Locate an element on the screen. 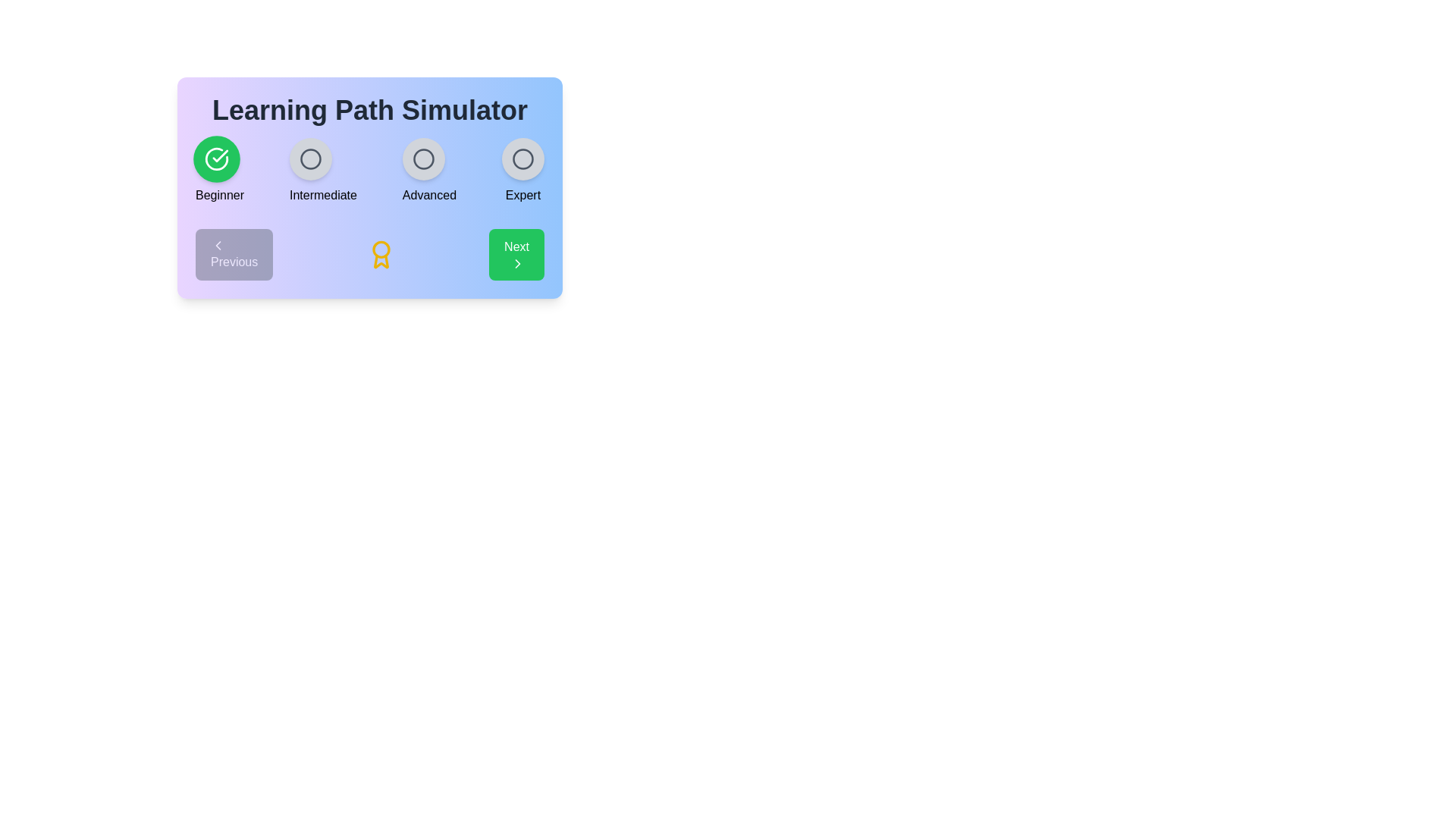 Image resolution: width=1456 pixels, height=819 pixels. the 'Advanced' text label, which provides descriptive text for the option it represents in the selection context is located at coordinates (428, 194).